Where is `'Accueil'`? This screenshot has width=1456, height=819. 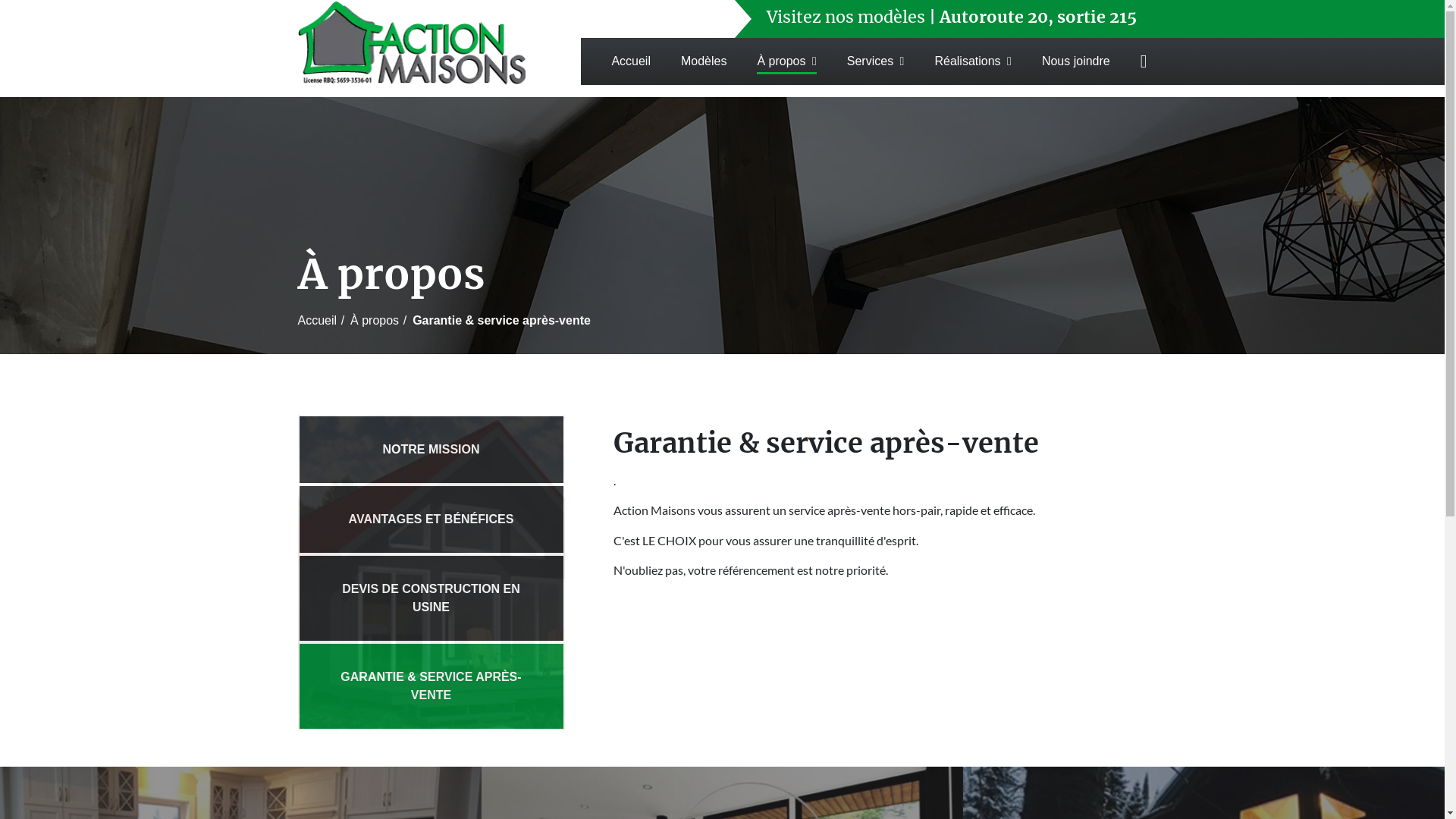
'Accueil' is located at coordinates (630, 61).